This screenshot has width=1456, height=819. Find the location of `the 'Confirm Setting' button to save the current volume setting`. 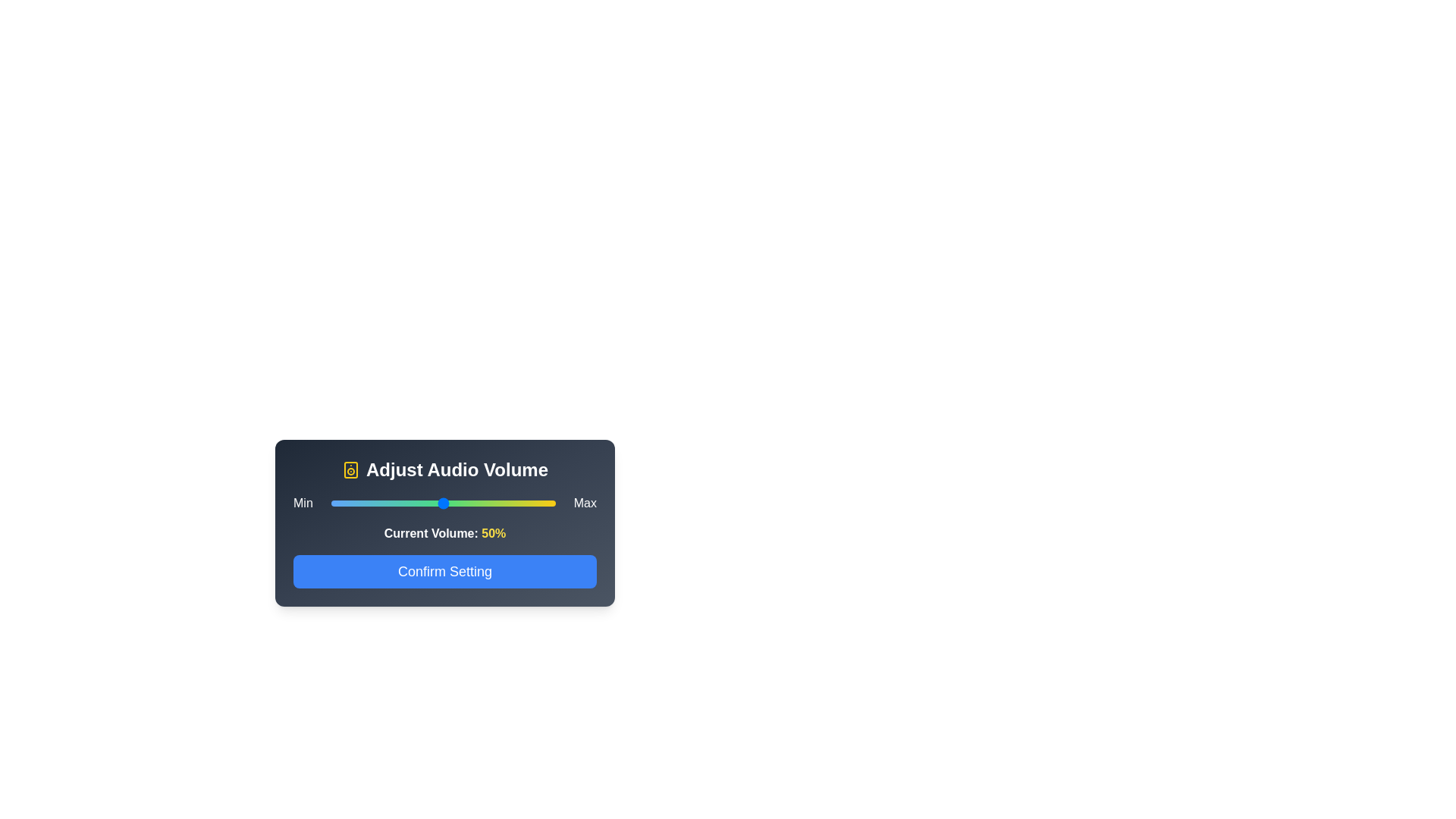

the 'Confirm Setting' button to save the current volume setting is located at coordinates (444, 571).